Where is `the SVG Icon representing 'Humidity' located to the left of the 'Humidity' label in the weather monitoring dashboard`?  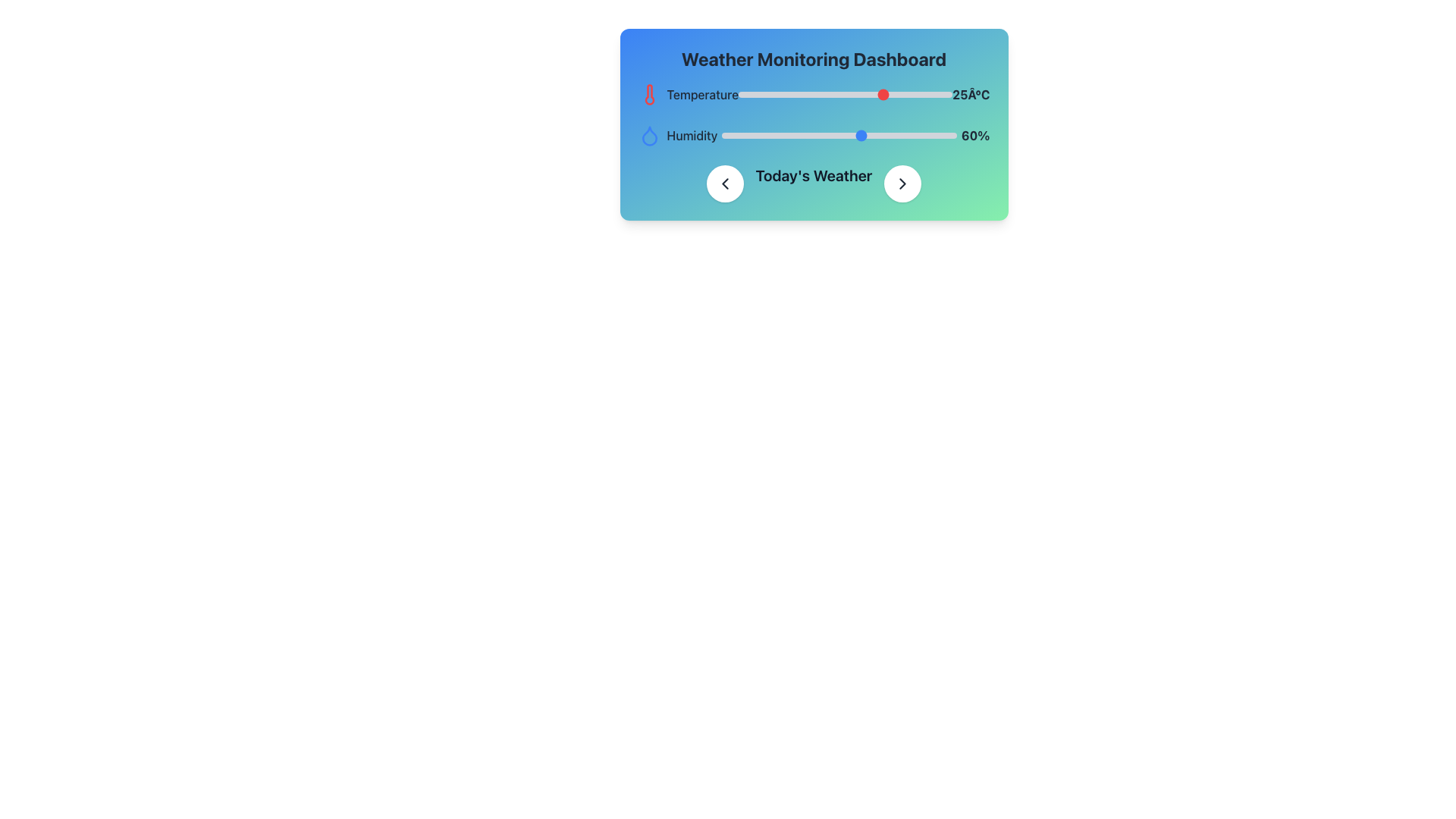 the SVG Icon representing 'Humidity' located to the left of the 'Humidity' label in the weather monitoring dashboard is located at coordinates (649, 135).